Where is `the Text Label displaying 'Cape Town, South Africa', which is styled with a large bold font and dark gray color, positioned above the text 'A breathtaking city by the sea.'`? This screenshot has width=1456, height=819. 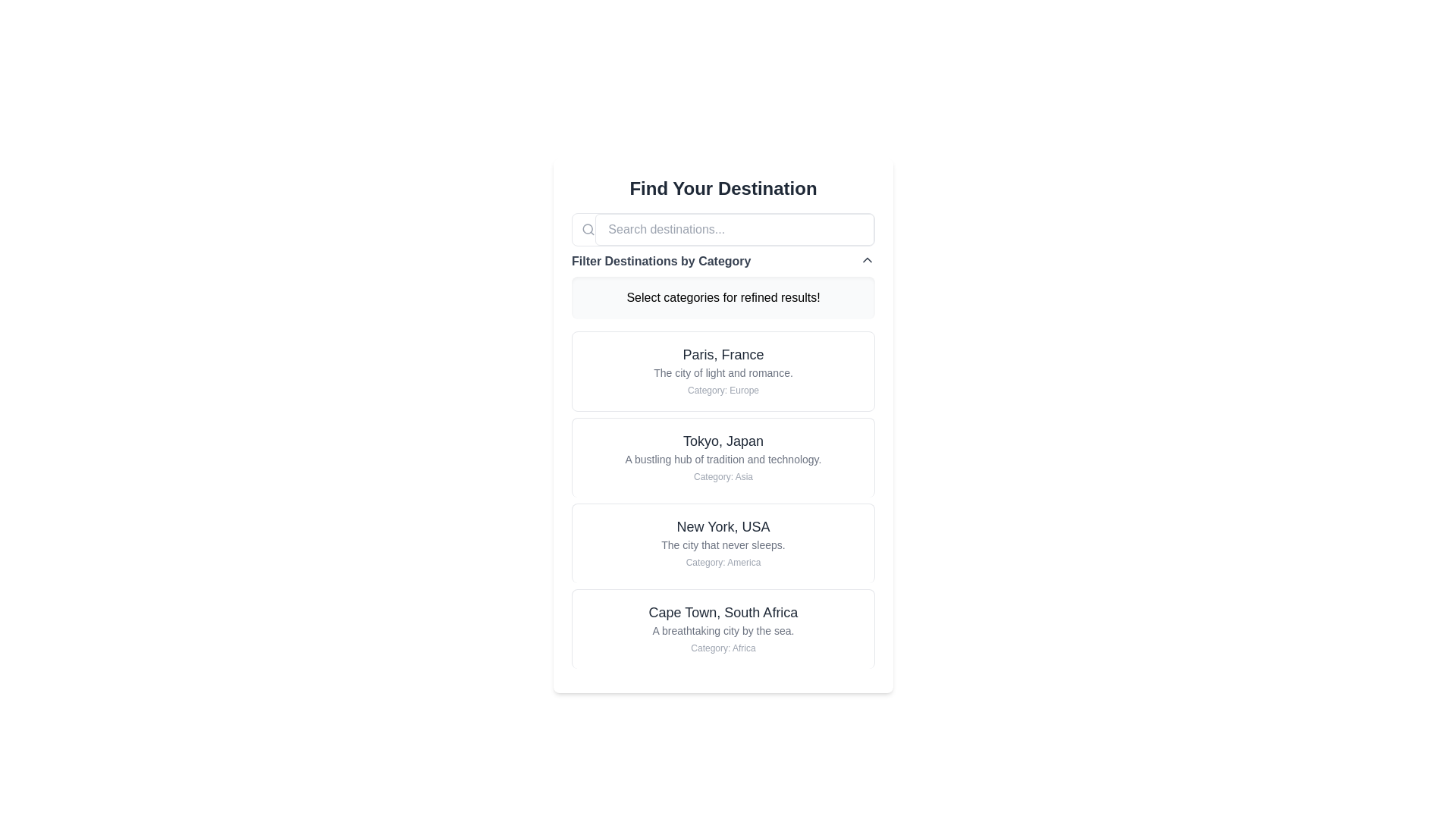 the Text Label displaying 'Cape Town, South Africa', which is styled with a large bold font and dark gray color, positioned above the text 'A breathtaking city by the sea.' is located at coordinates (723, 611).